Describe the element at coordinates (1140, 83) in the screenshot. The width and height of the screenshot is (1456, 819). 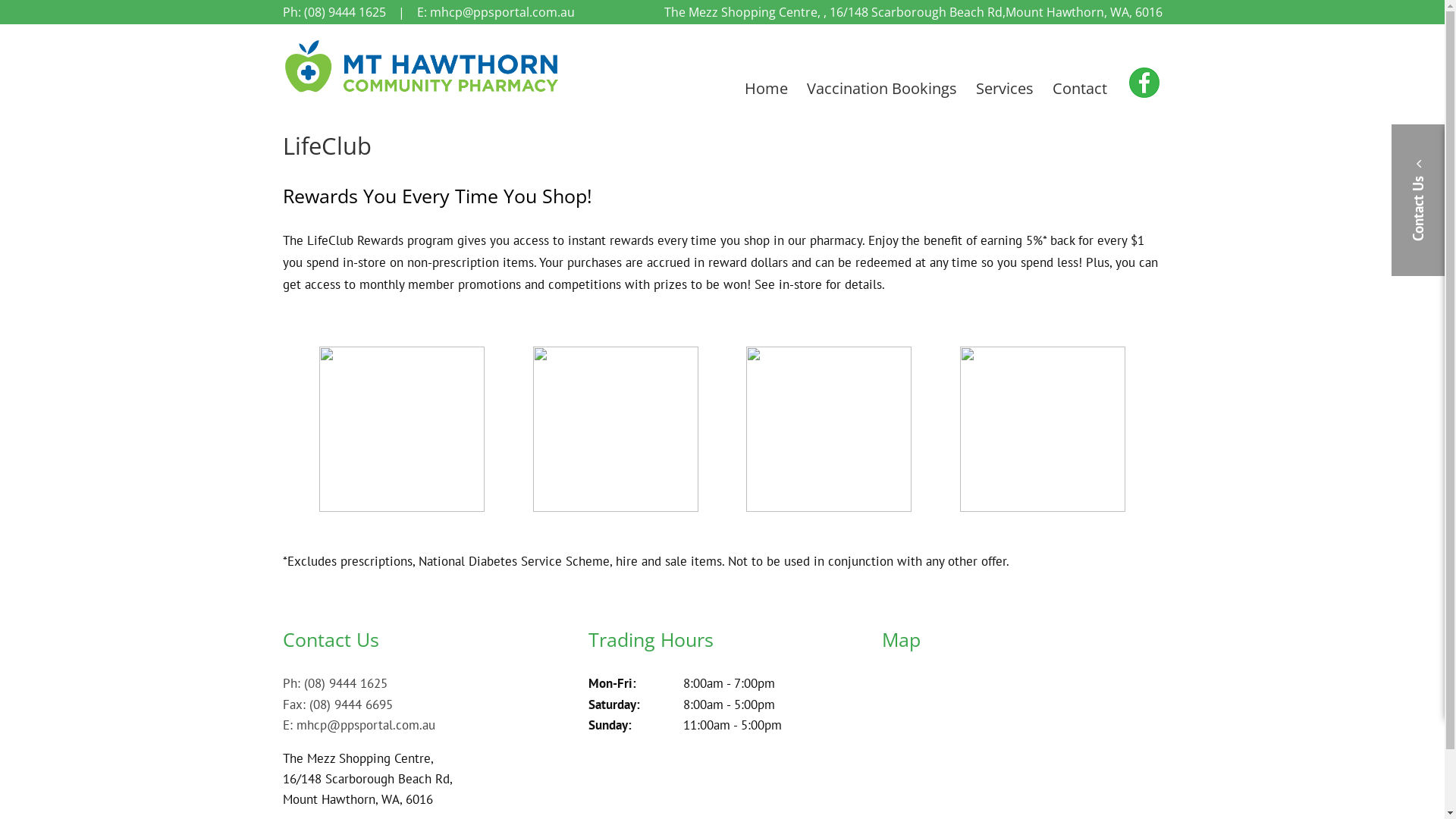
I see `'Like us on Facebook'` at that location.